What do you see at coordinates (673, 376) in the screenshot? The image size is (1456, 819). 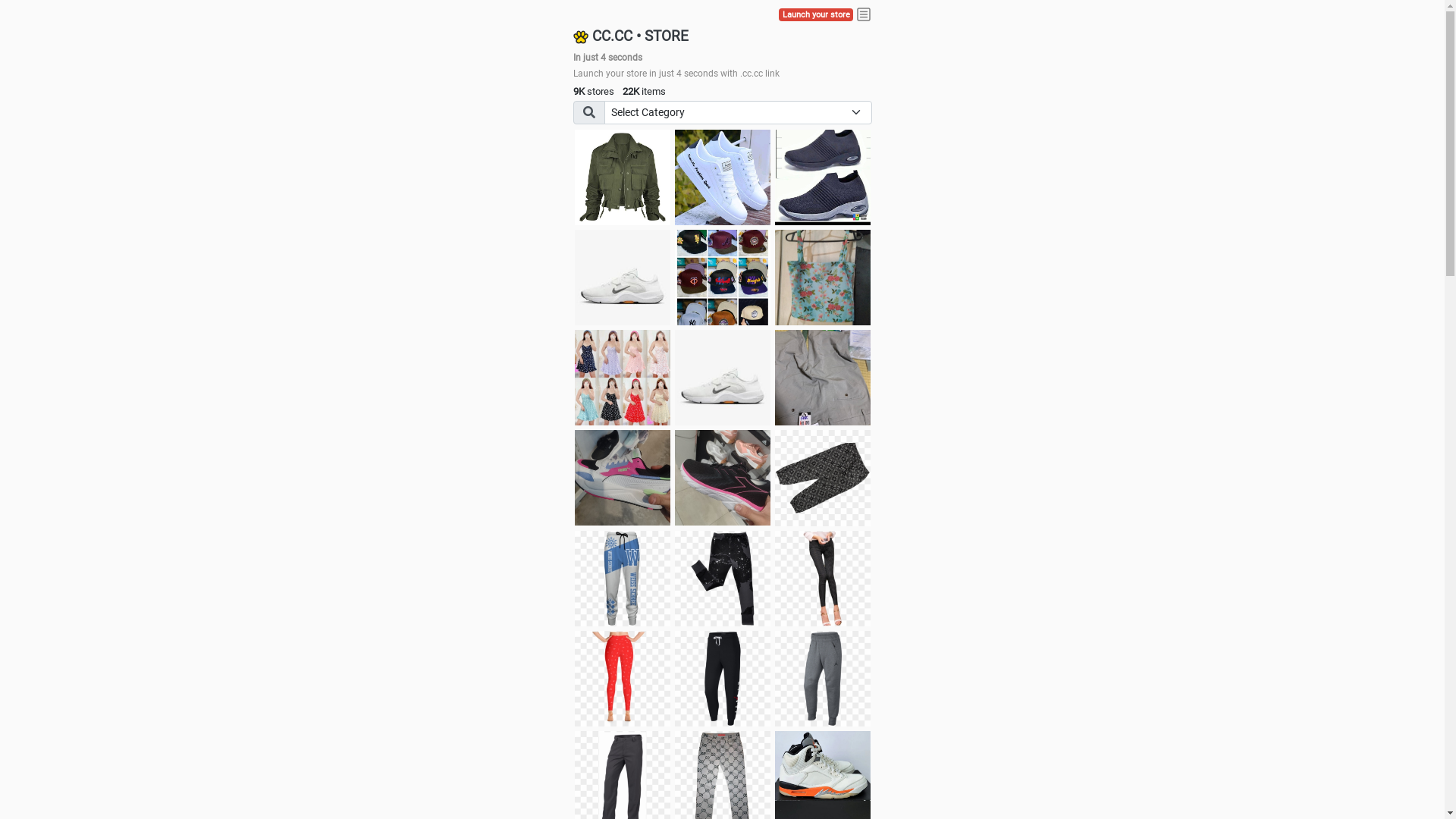 I see `'Shoes'` at bounding box center [673, 376].